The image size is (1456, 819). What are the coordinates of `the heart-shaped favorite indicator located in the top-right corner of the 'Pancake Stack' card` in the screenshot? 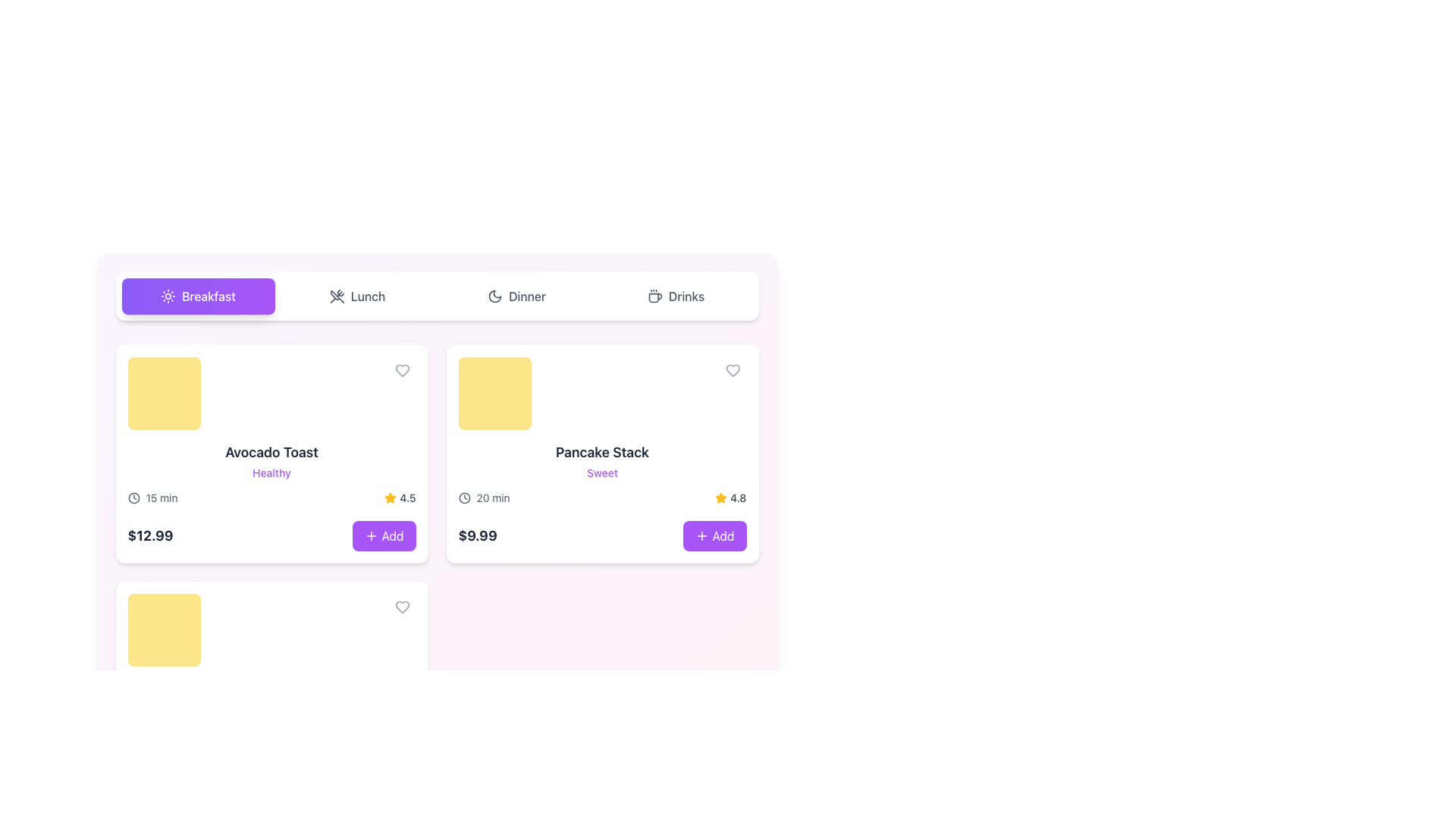 It's located at (733, 371).